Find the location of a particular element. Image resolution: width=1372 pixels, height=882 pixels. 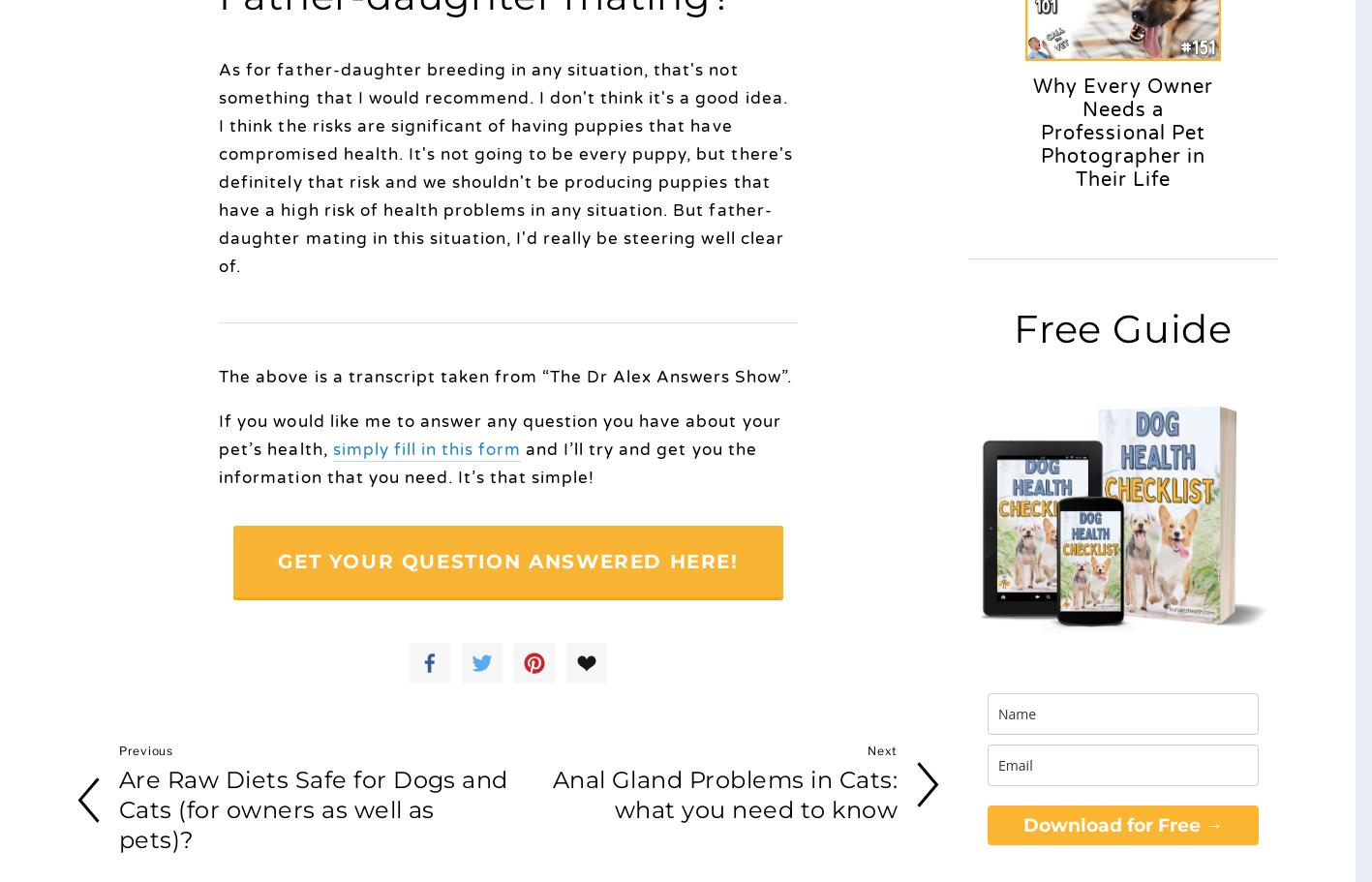

'Anal Gland Problems in Cats: what you need to know' is located at coordinates (552, 793).